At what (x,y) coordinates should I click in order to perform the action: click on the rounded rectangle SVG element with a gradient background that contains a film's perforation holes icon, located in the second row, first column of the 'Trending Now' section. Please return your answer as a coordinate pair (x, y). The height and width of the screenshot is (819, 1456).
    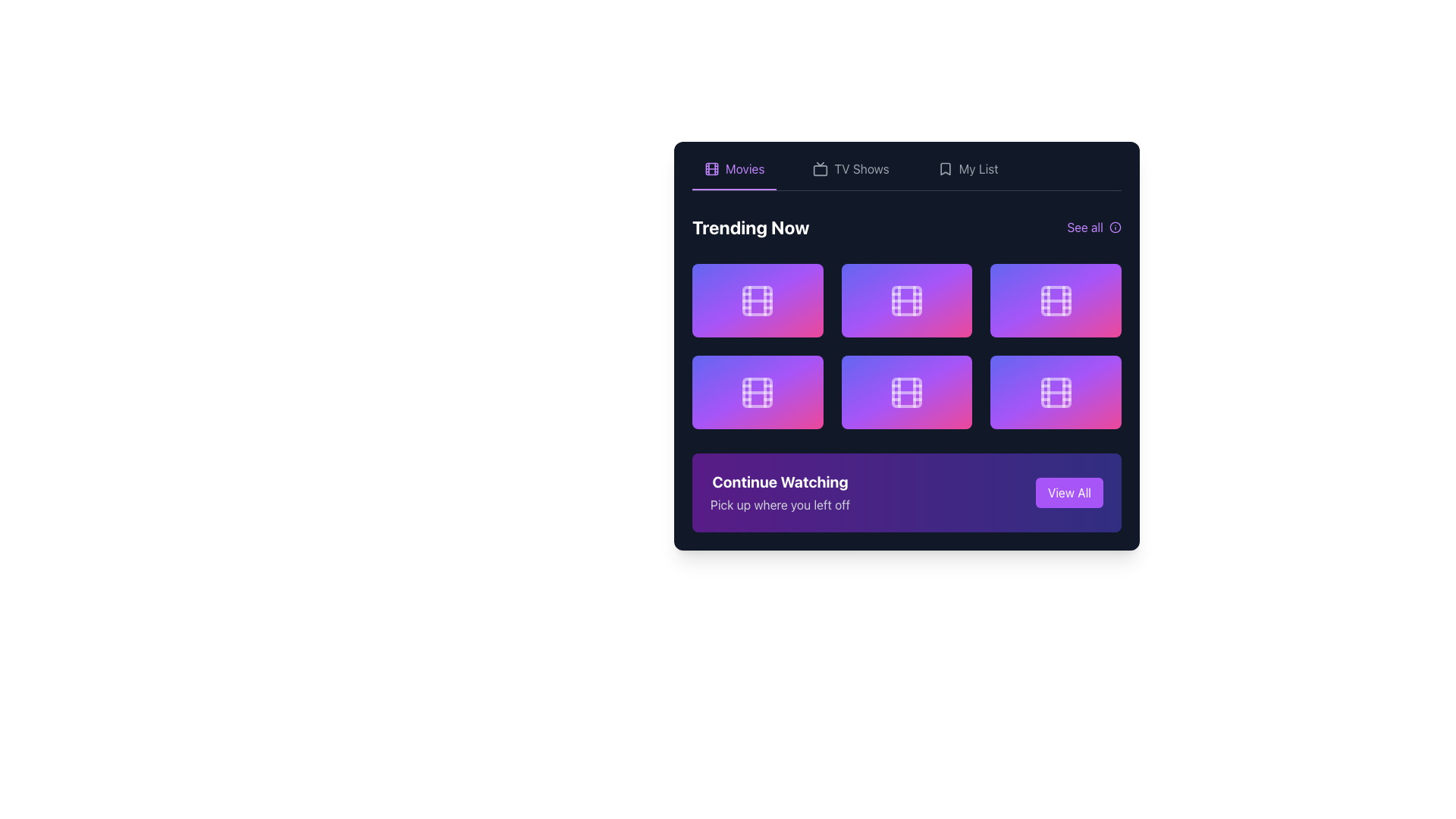
    Looking at the image, I should click on (758, 391).